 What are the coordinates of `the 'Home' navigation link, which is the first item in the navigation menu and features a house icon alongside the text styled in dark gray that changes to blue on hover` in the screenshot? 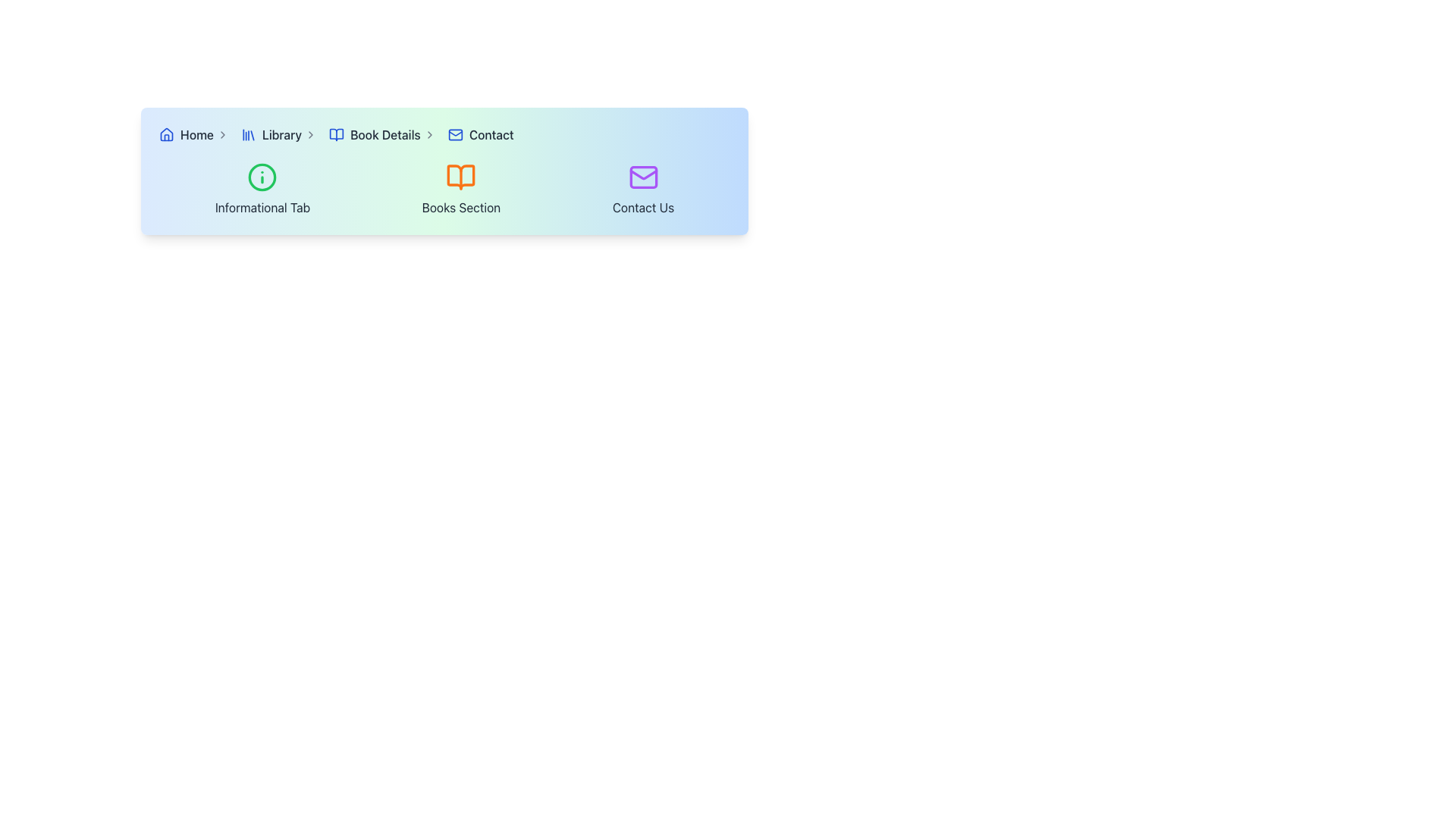 It's located at (195, 133).